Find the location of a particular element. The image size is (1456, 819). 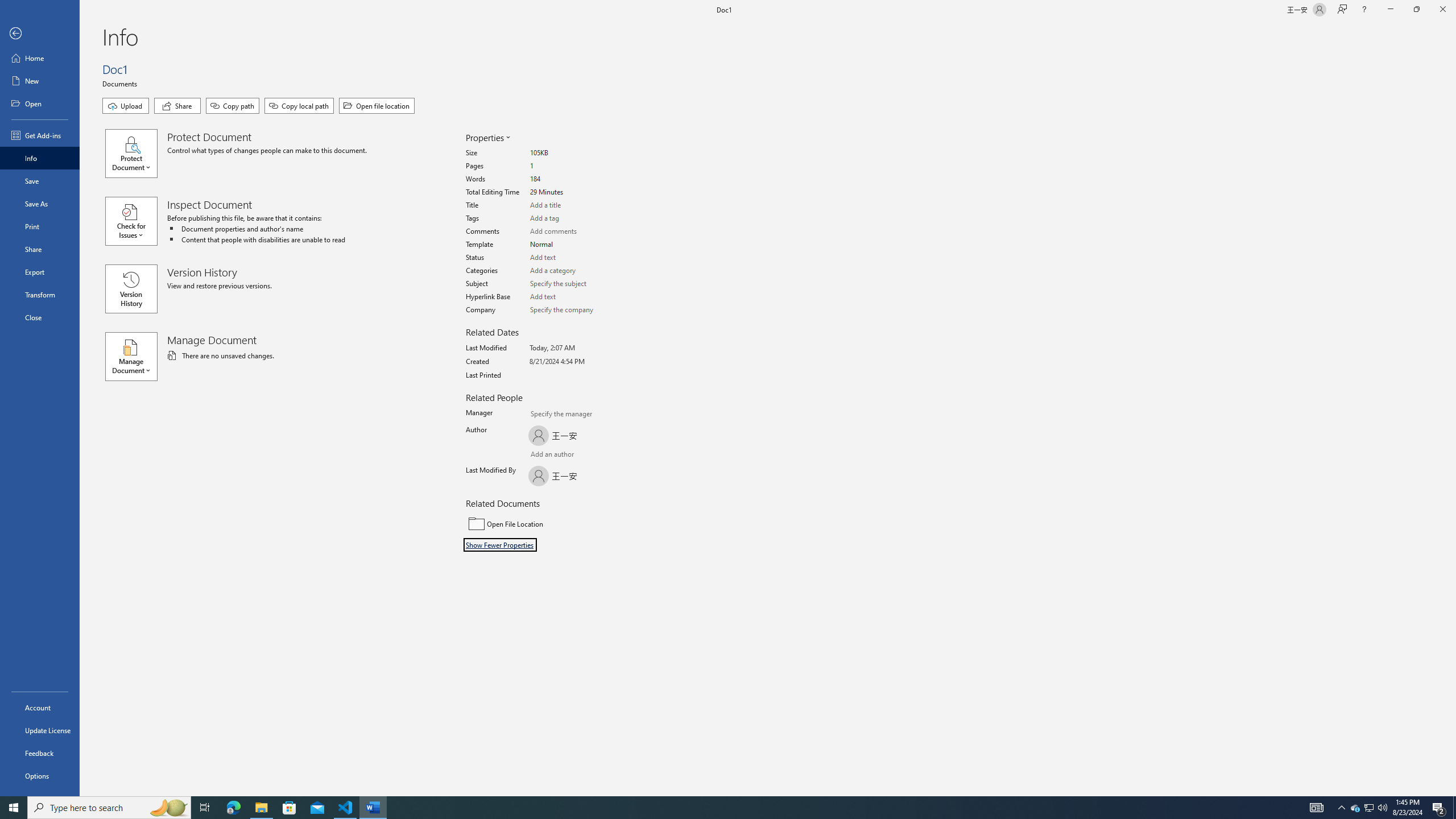

'Upload' is located at coordinates (125, 105).